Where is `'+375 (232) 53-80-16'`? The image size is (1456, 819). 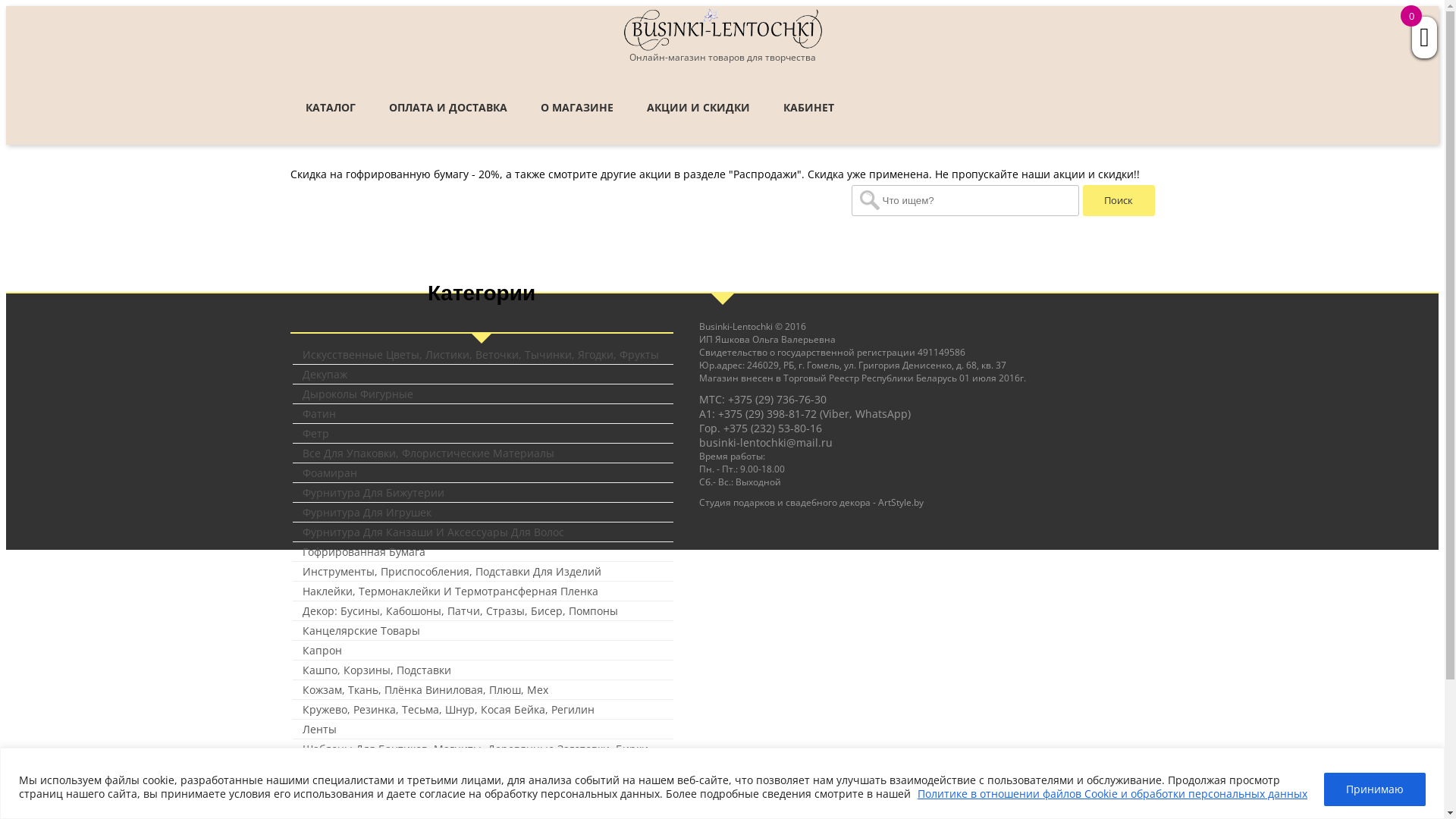
'+375 (232) 53-80-16' is located at coordinates (772, 428).